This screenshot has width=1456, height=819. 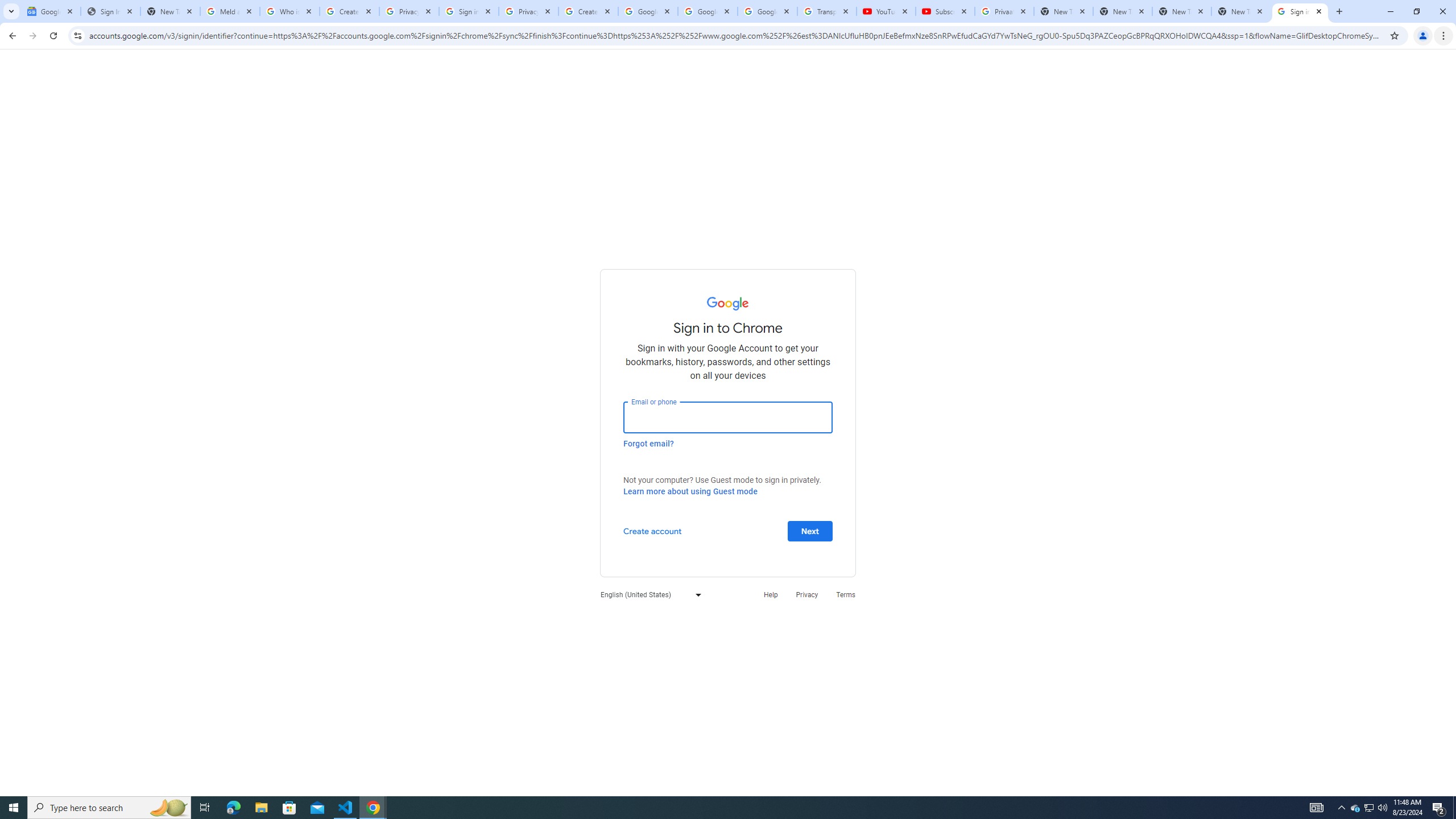 I want to click on 'English (United States)', so click(x=647, y=594).